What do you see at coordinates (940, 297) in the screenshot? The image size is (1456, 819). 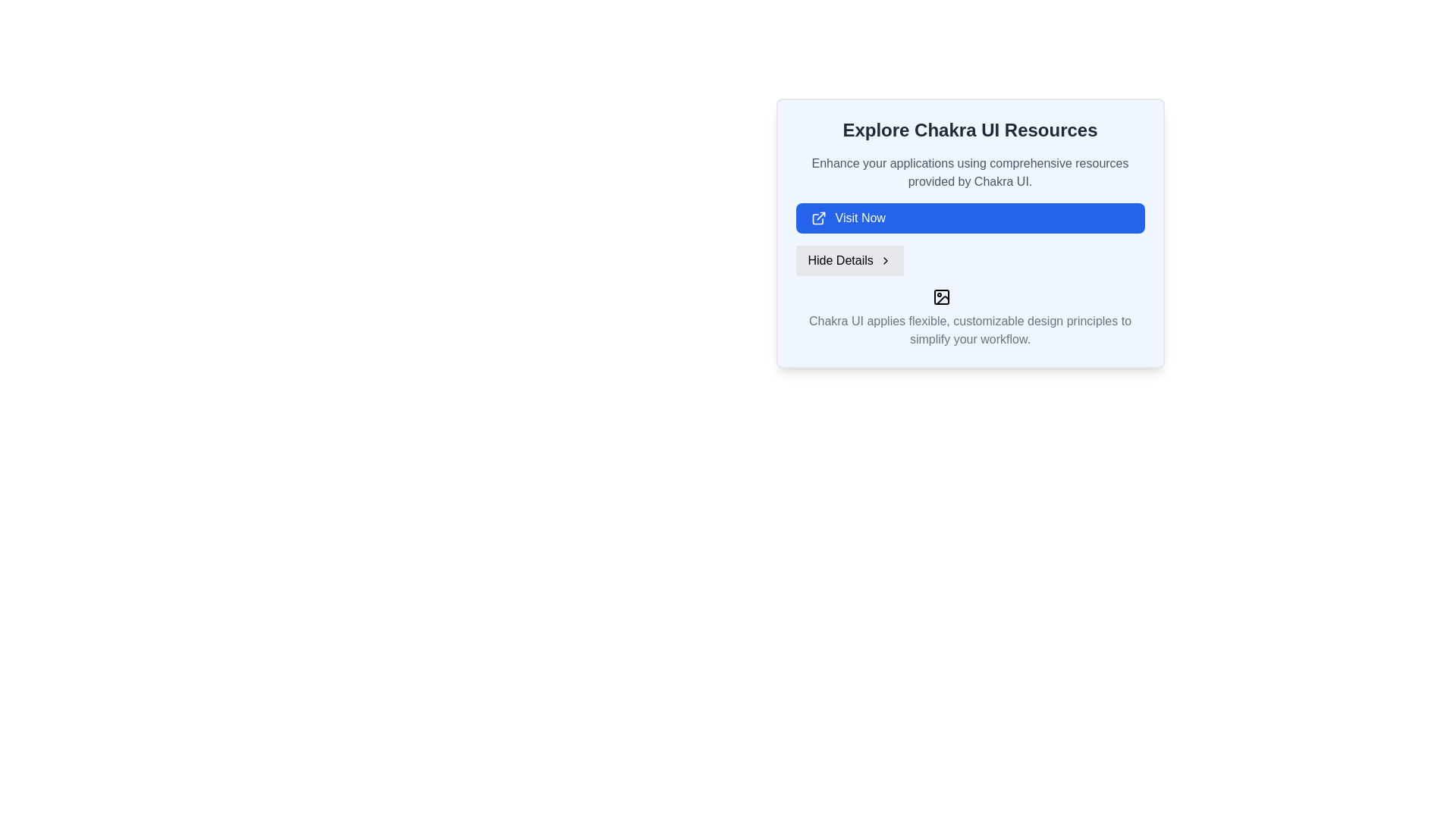 I see `the small rectangle with rounded corners located within the SVG image icon representation of a placeholder` at bounding box center [940, 297].